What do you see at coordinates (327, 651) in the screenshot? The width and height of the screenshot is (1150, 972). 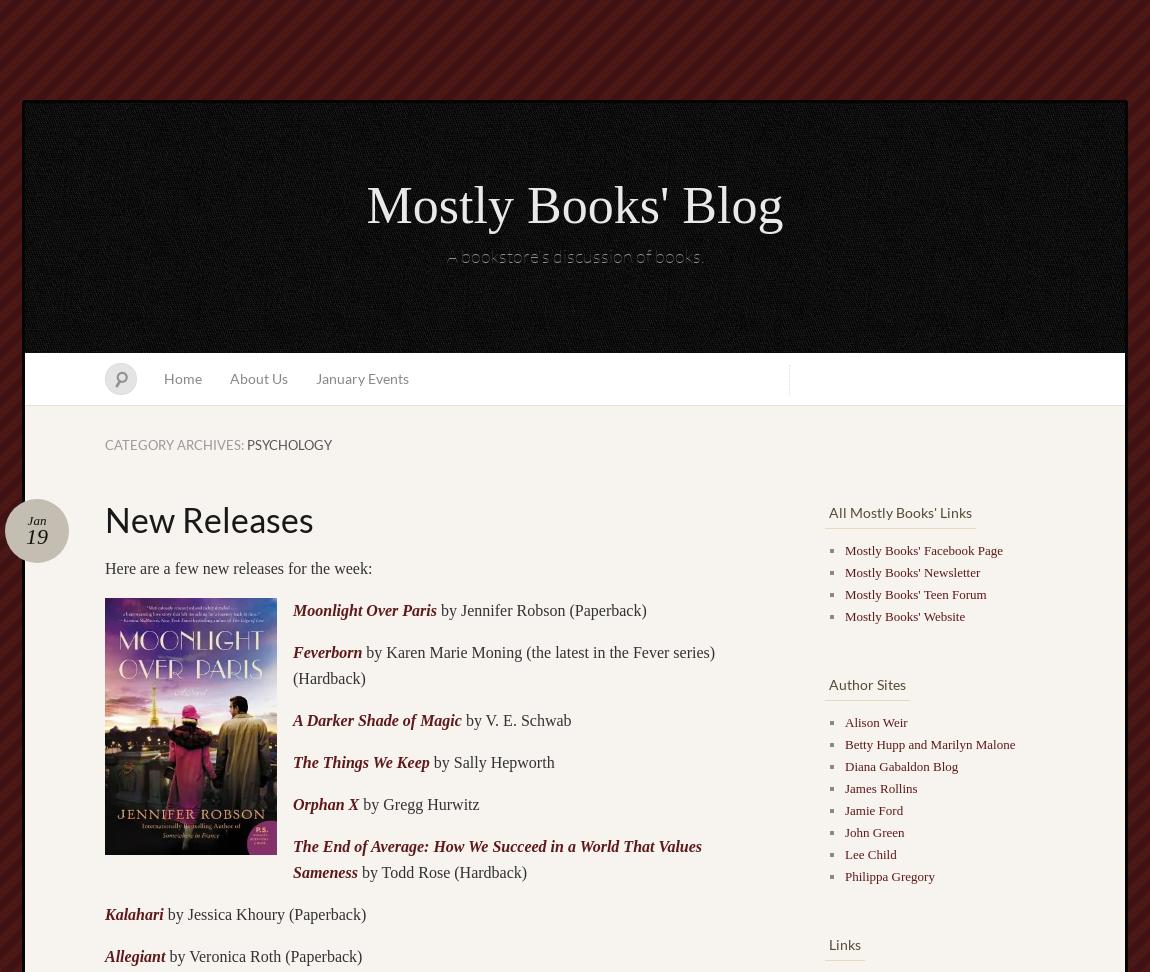 I see `'Feverborn'` at bounding box center [327, 651].